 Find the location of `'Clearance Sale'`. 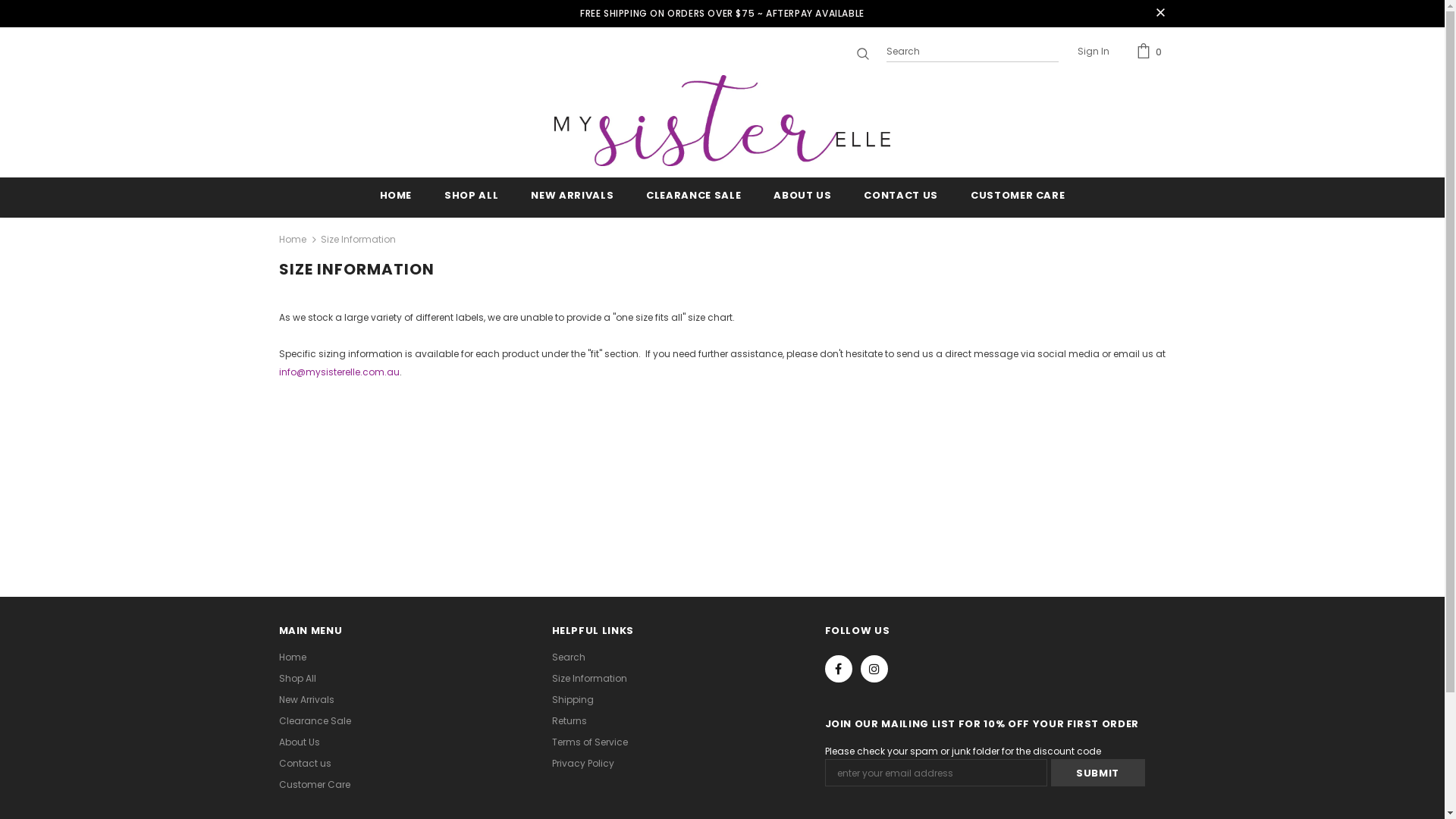

'Clearance Sale' is located at coordinates (314, 720).